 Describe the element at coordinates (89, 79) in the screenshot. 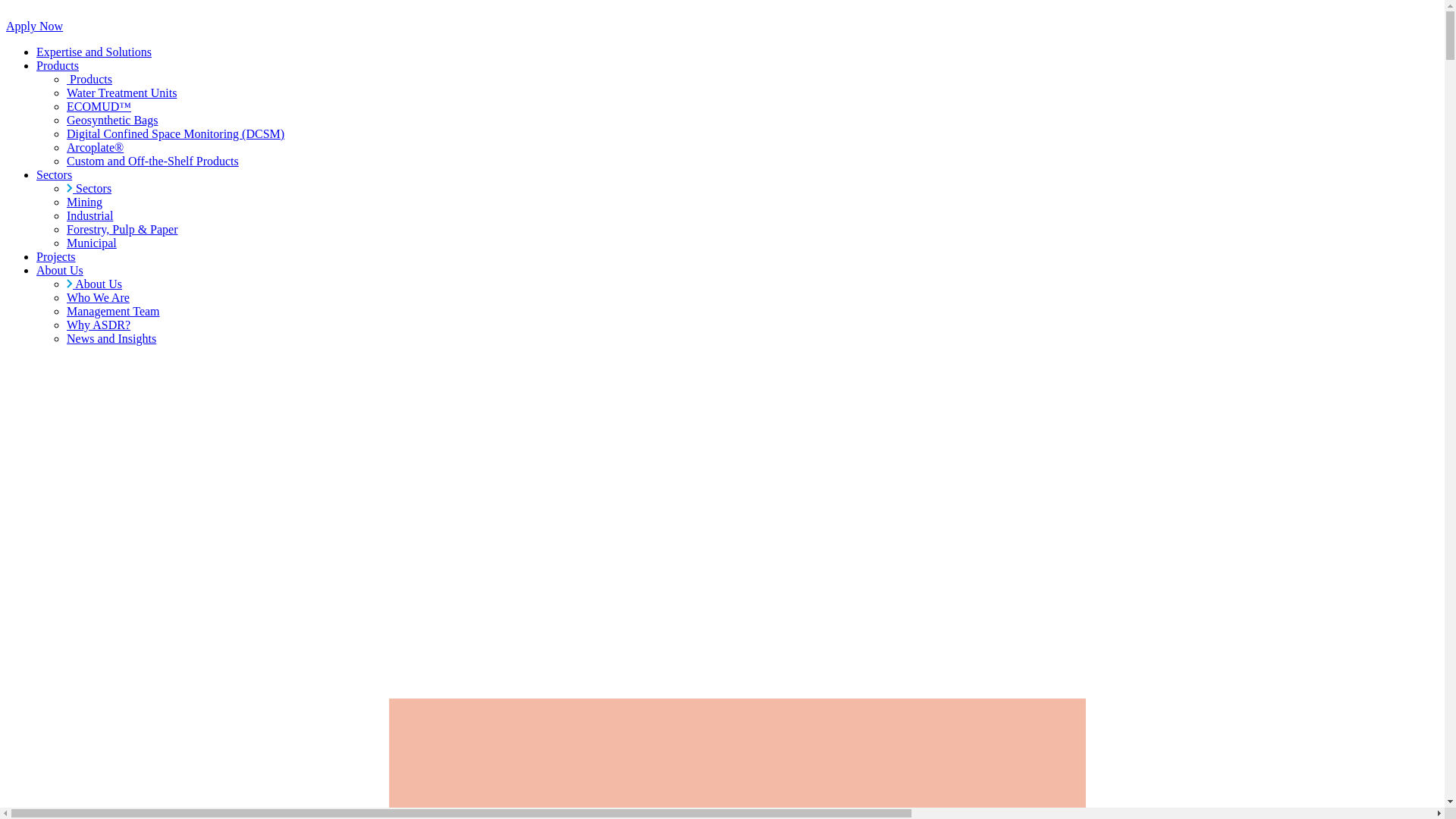

I see `'Products'` at that location.